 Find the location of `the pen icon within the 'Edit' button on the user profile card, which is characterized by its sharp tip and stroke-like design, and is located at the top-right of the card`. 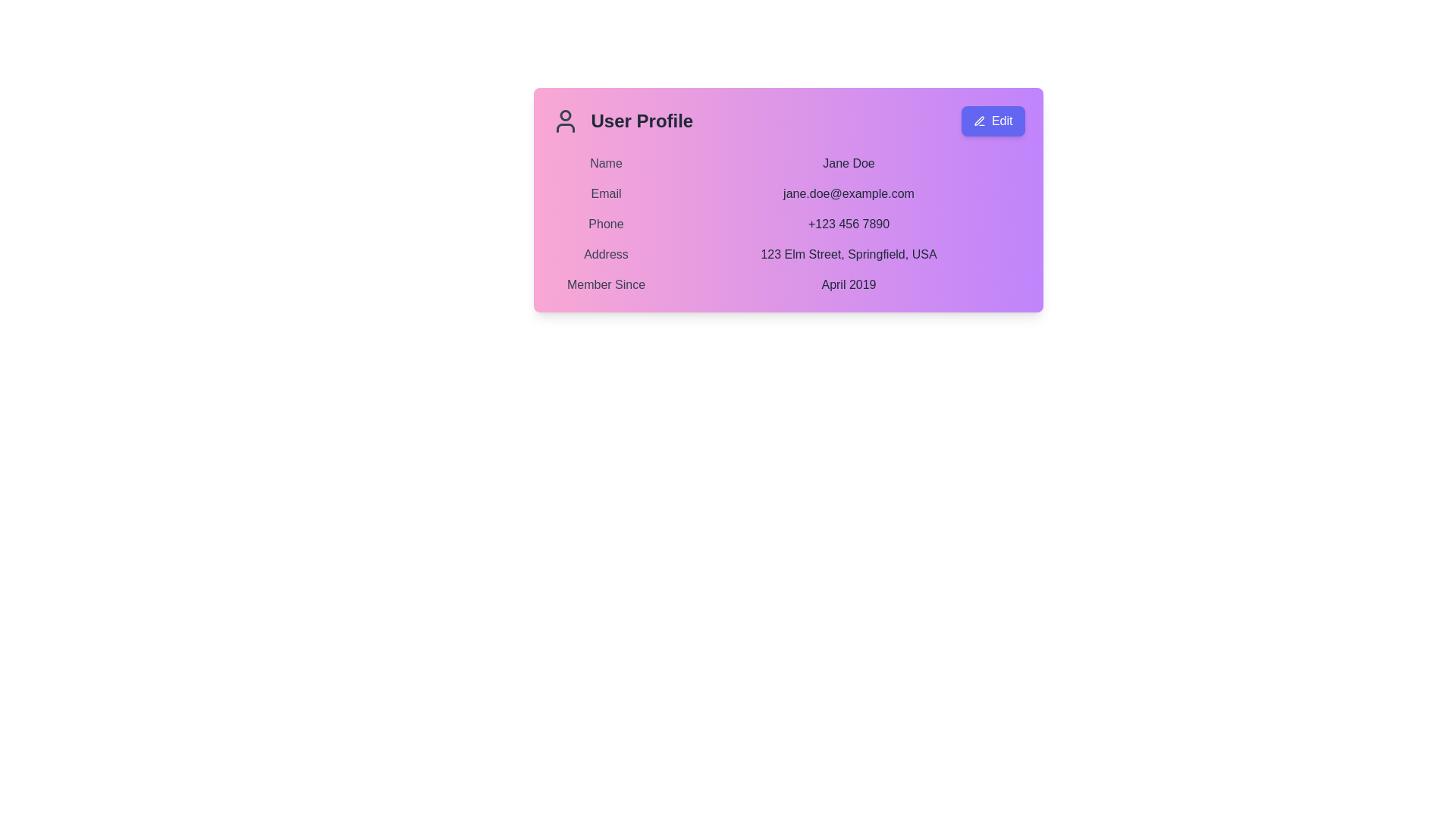

the pen icon within the 'Edit' button on the user profile card, which is characterized by its sharp tip and stroke-like design, and is located at the top-right of the card is located at coordinates (979, 120).